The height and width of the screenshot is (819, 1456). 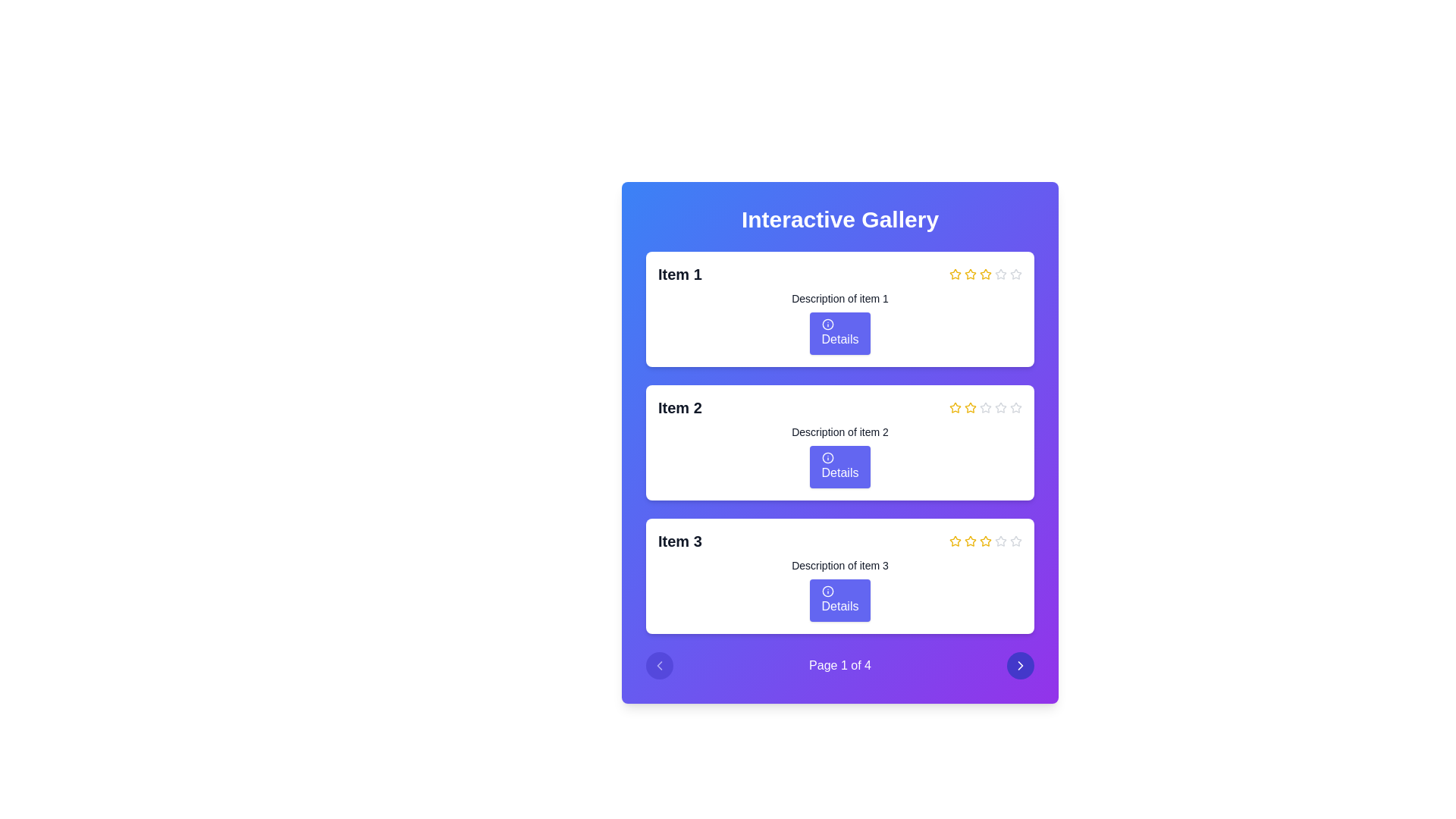 I want to click on the third star icon representing the rating for 'Item 2' in the gallery, so click(x=1001, y=406).